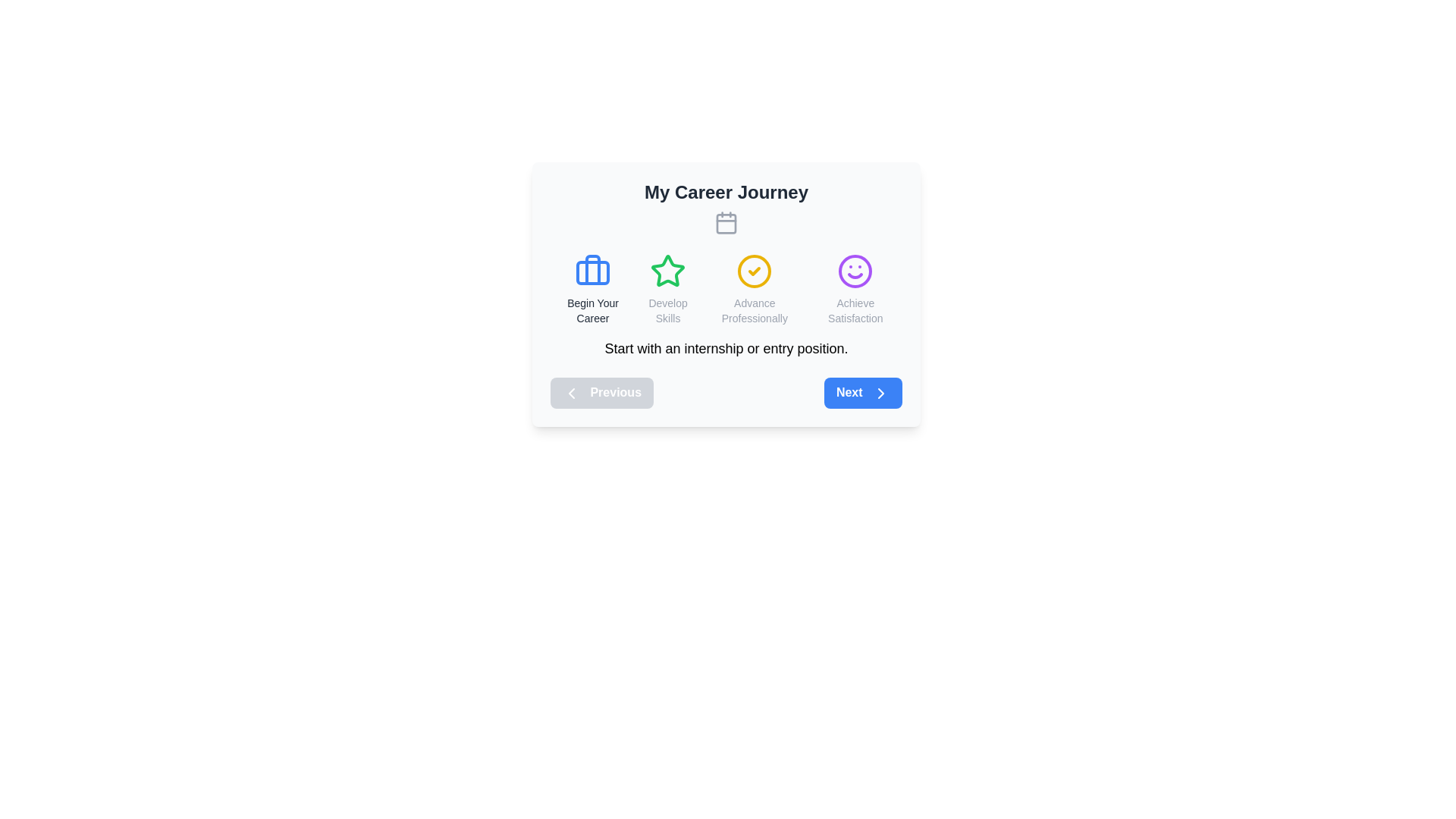 Image resolution: width=1456 pixels, height=819 pixels. What do you see at coordinates (726, 348) in the screenshot?
I see `the static instructional text located below the icons for 'Begin Your Career,' 'Develop Skills,' 'Advance Professionally,' and 'Achieve Satisfaction' in the 'My Career Journey' card, positioned above the 'Previous' and 'Next' navigation buttons` at bounding box center [726, 348].